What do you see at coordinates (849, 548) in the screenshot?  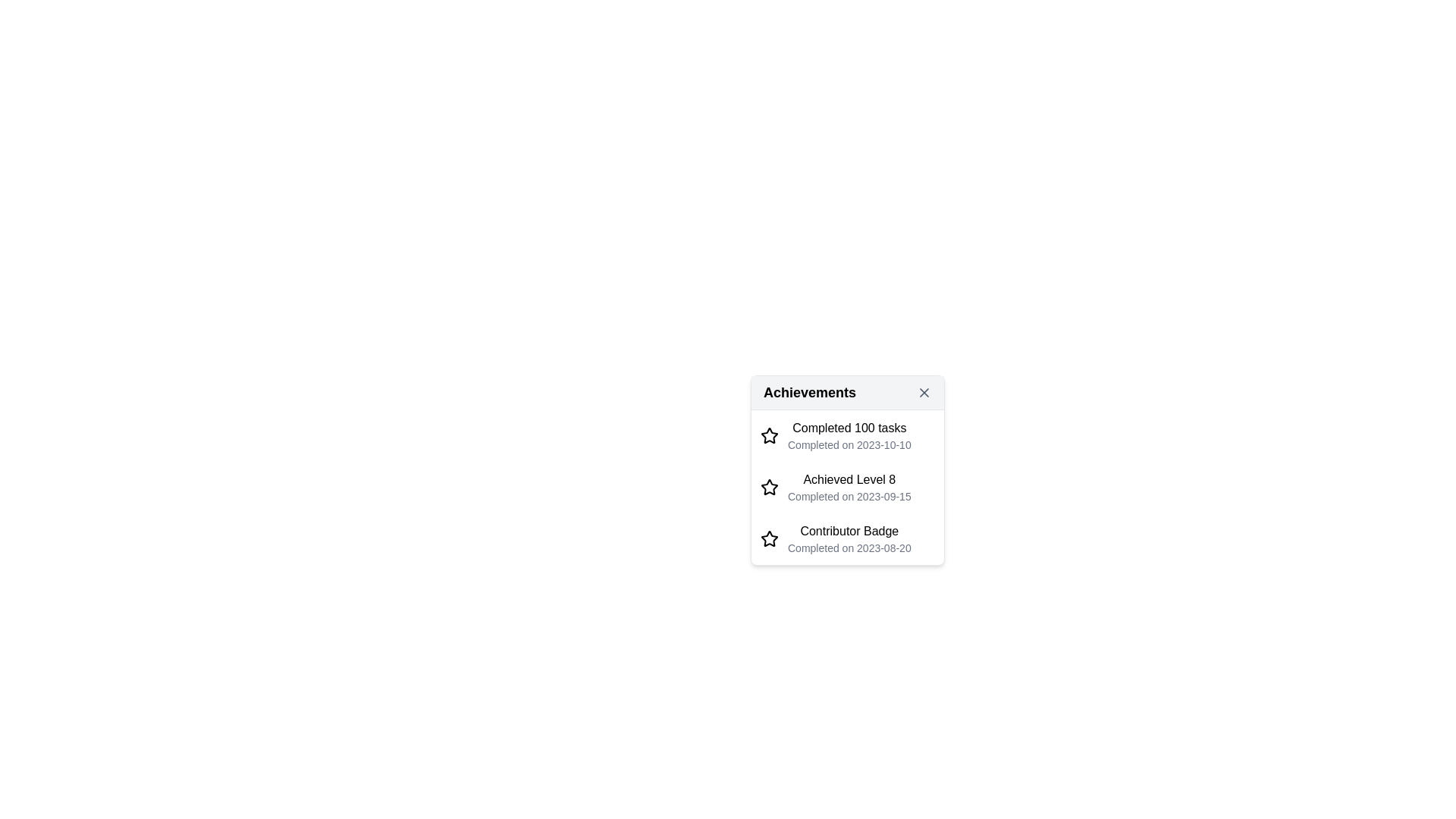 I see `the static text displaying the completion date for the 'Contributor Badge' achievement, which is located in the 'Achievements' modal at the bottom-right corner of the interface` at bounding box center [849, 548].